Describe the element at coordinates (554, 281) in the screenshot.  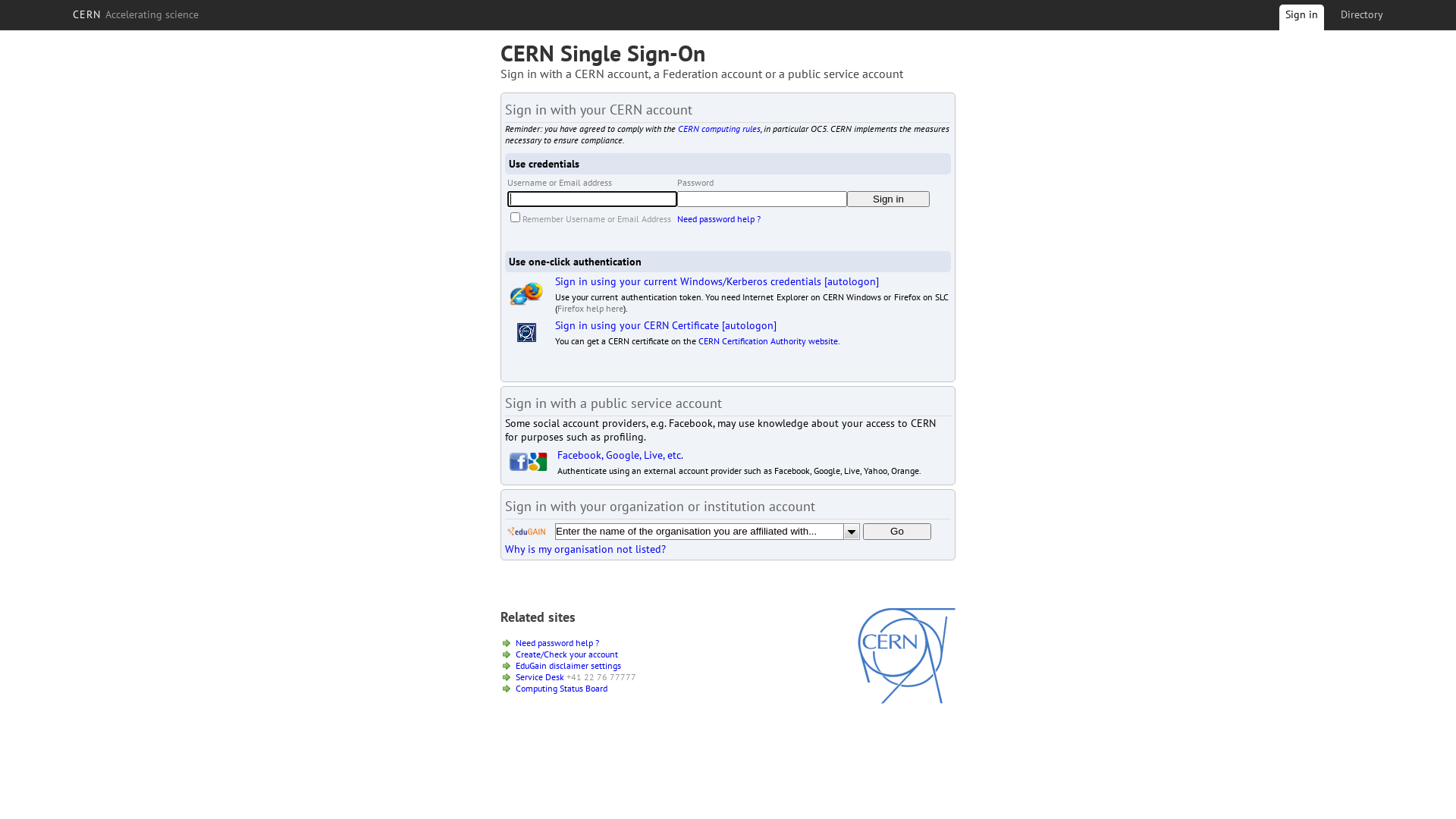
I see `'Sign in using your current Windows/Kerberos credentials'` at that location.